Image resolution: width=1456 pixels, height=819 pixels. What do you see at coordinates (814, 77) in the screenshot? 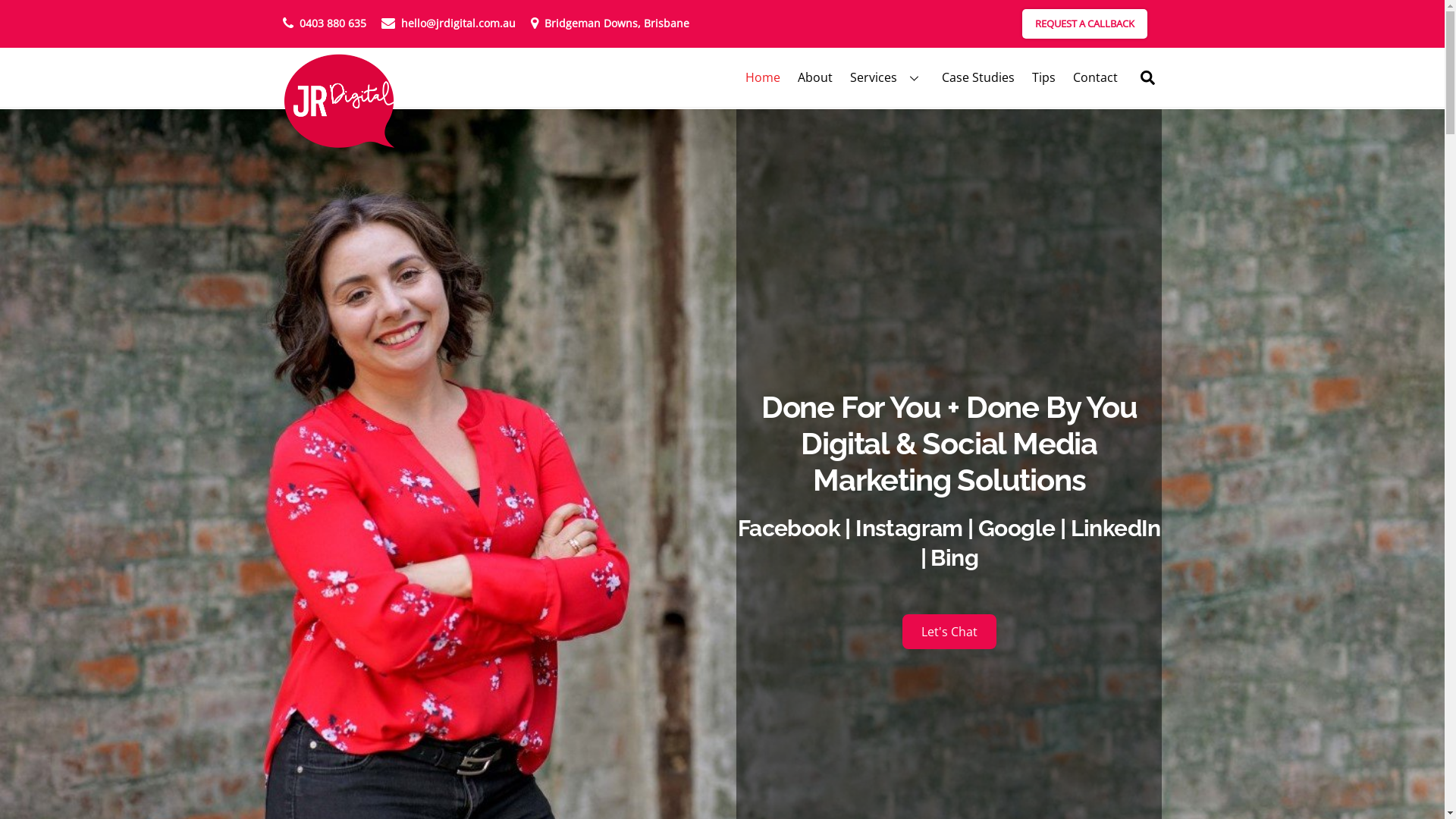
I see `'About'` at bounding box center [814, 77].